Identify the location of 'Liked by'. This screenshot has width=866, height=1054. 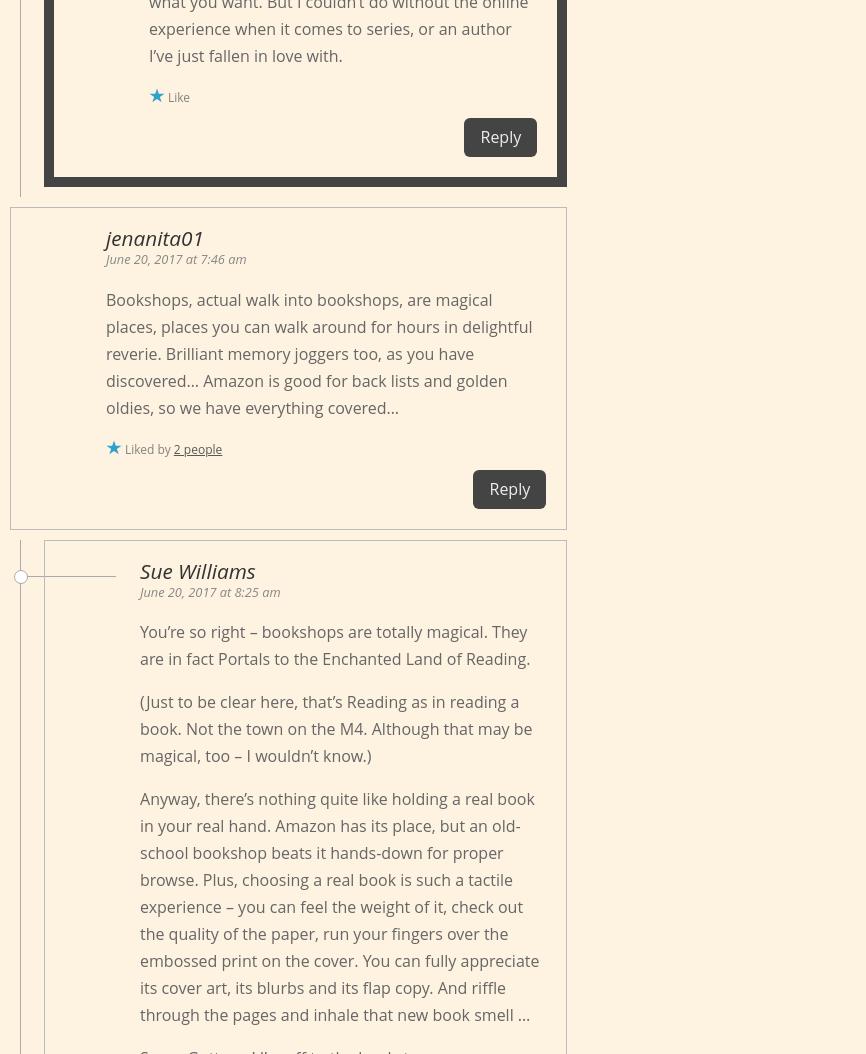
(149, 448).